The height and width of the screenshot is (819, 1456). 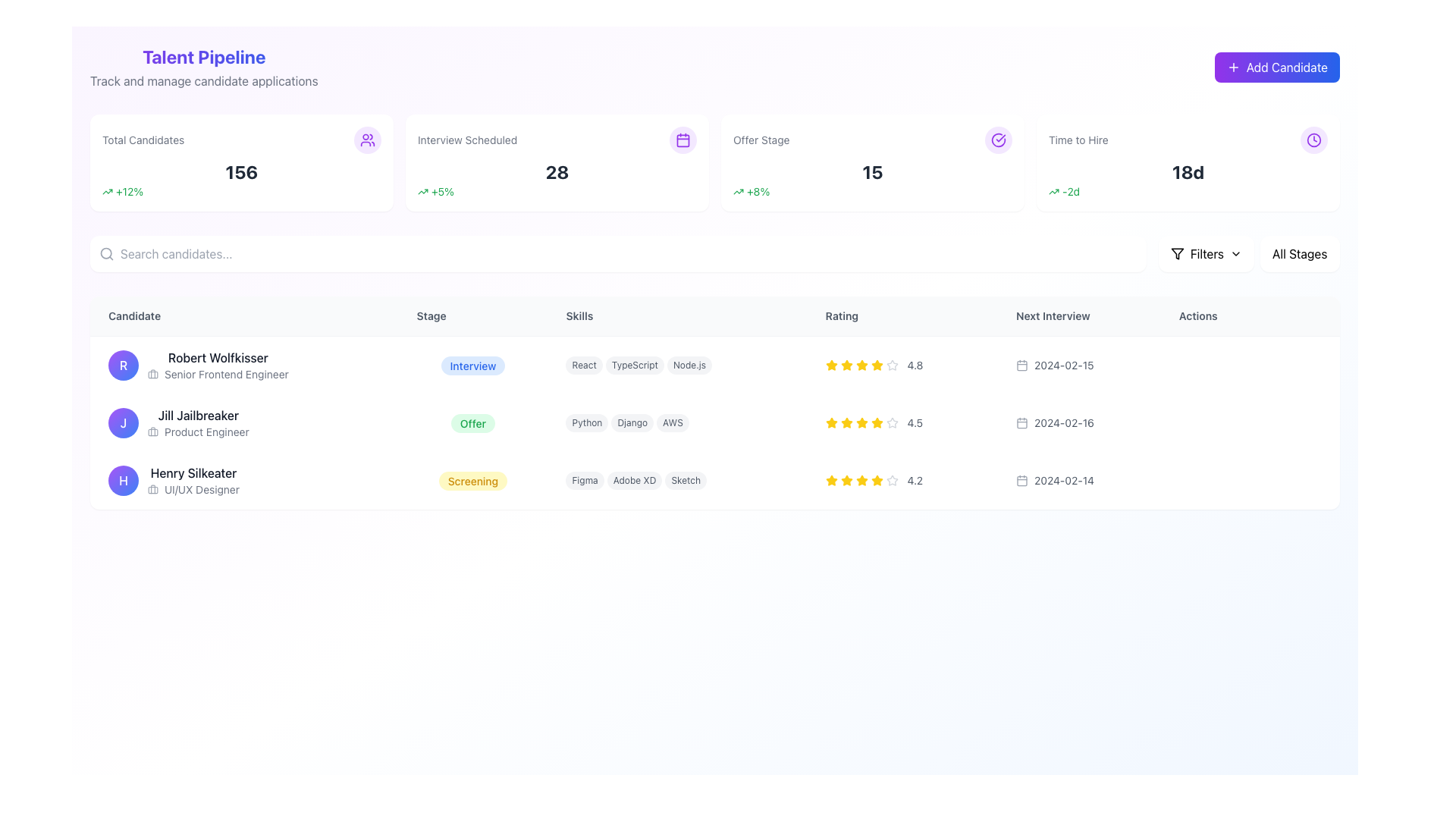 I want to click on the informational display element indicating the date of Henry Silkeater's next interview, located in the 'Next Interview' column of the last row visible under the 'Talent Pipeline' header, so click(x=1078, y=480).